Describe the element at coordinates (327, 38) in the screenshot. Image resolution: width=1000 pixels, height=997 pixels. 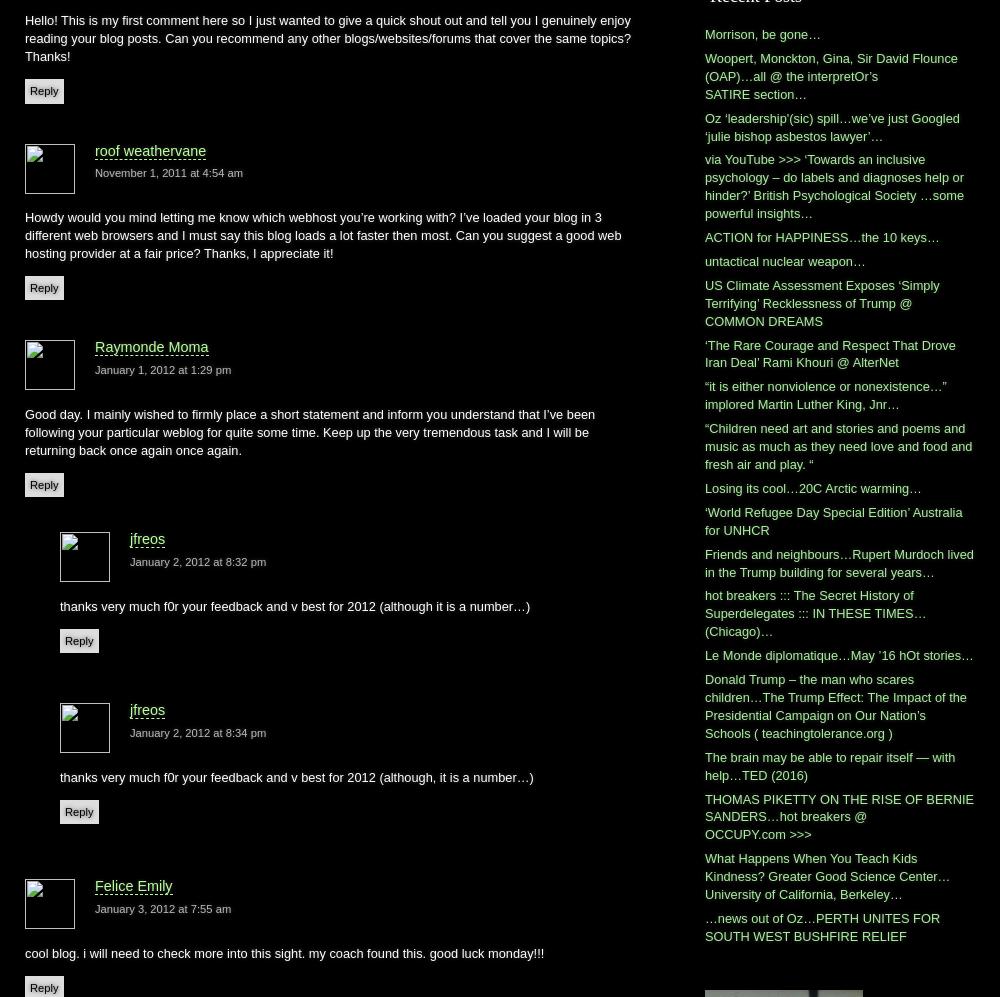
I see `'Hello! This is my first comment here so I just wanted to give a quick shout out and tell you I genuinely enjoy reading your blog posts. Can you recommend any other blogs/websites/forums that cover the same topics? Thanks!'` at that location.